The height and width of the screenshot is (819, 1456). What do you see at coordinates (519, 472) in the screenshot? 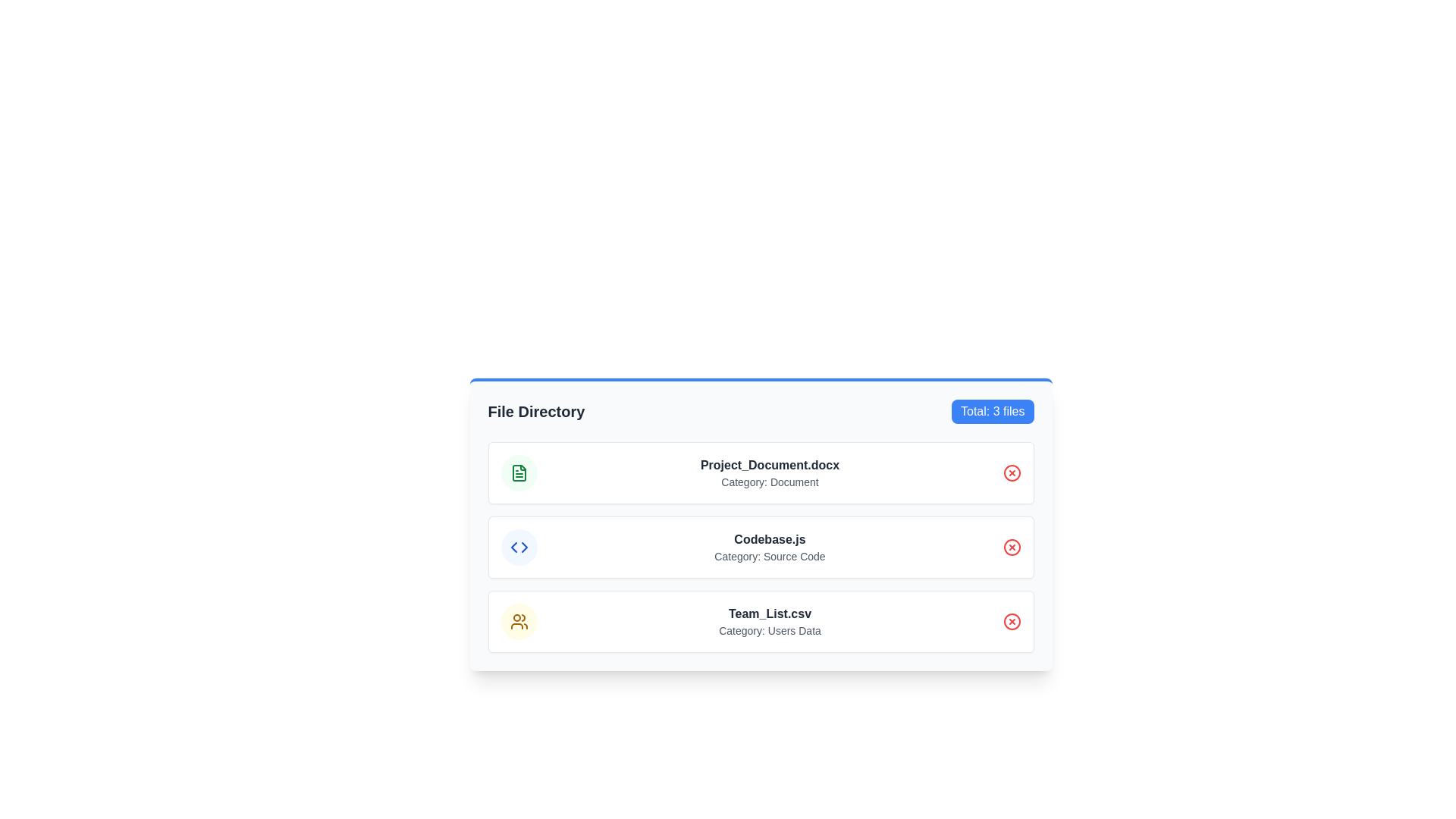
I see `the circular green icon with a document symbol located next to the title 'Project_Document.docx' in the 'File Directory' card` at bounding box center [519, 472].